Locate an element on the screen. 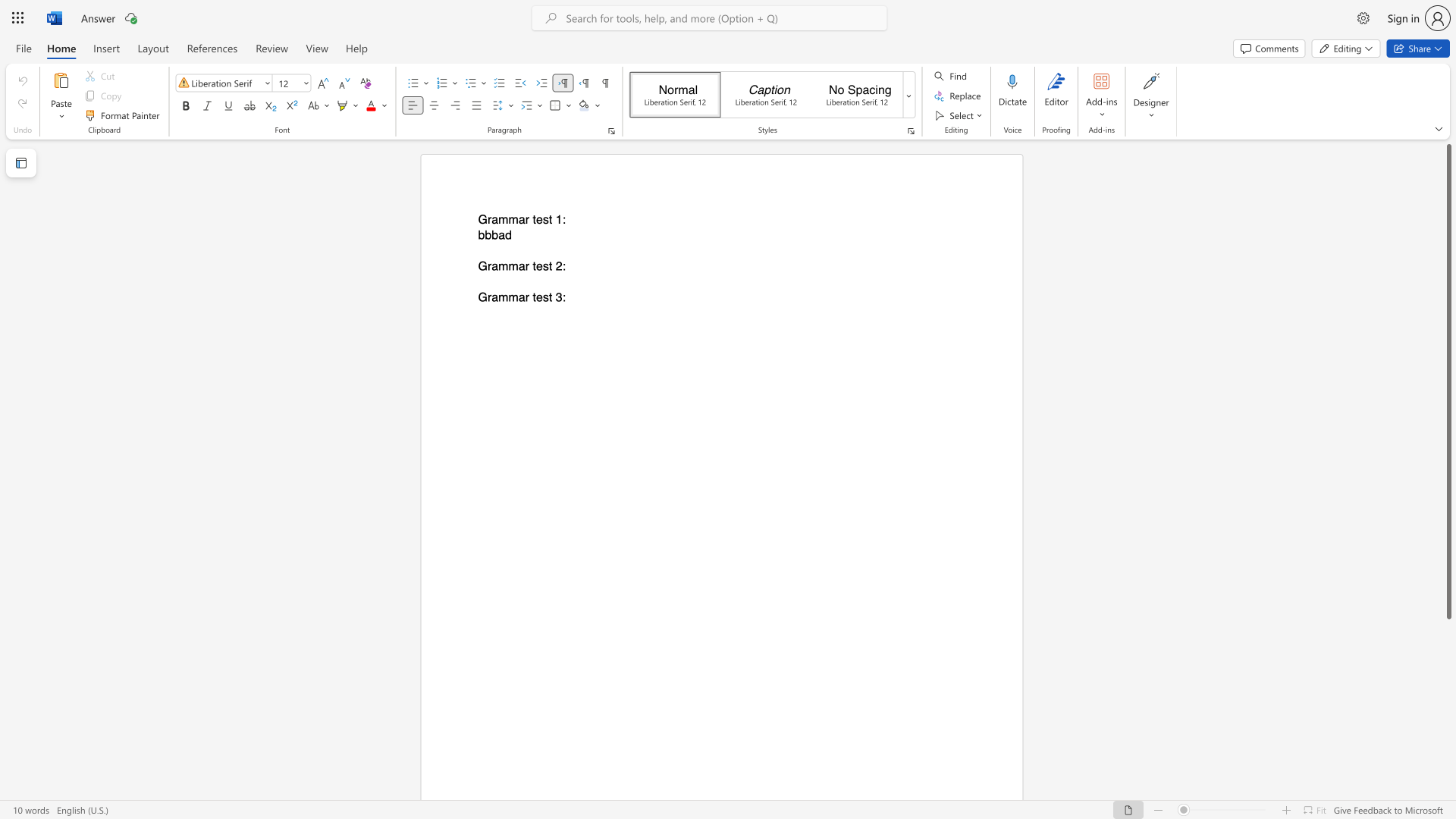 The width and height of the screenshot is (1456, 819). the scrollbar to move the page downward is located at coordinates (1448, 727).